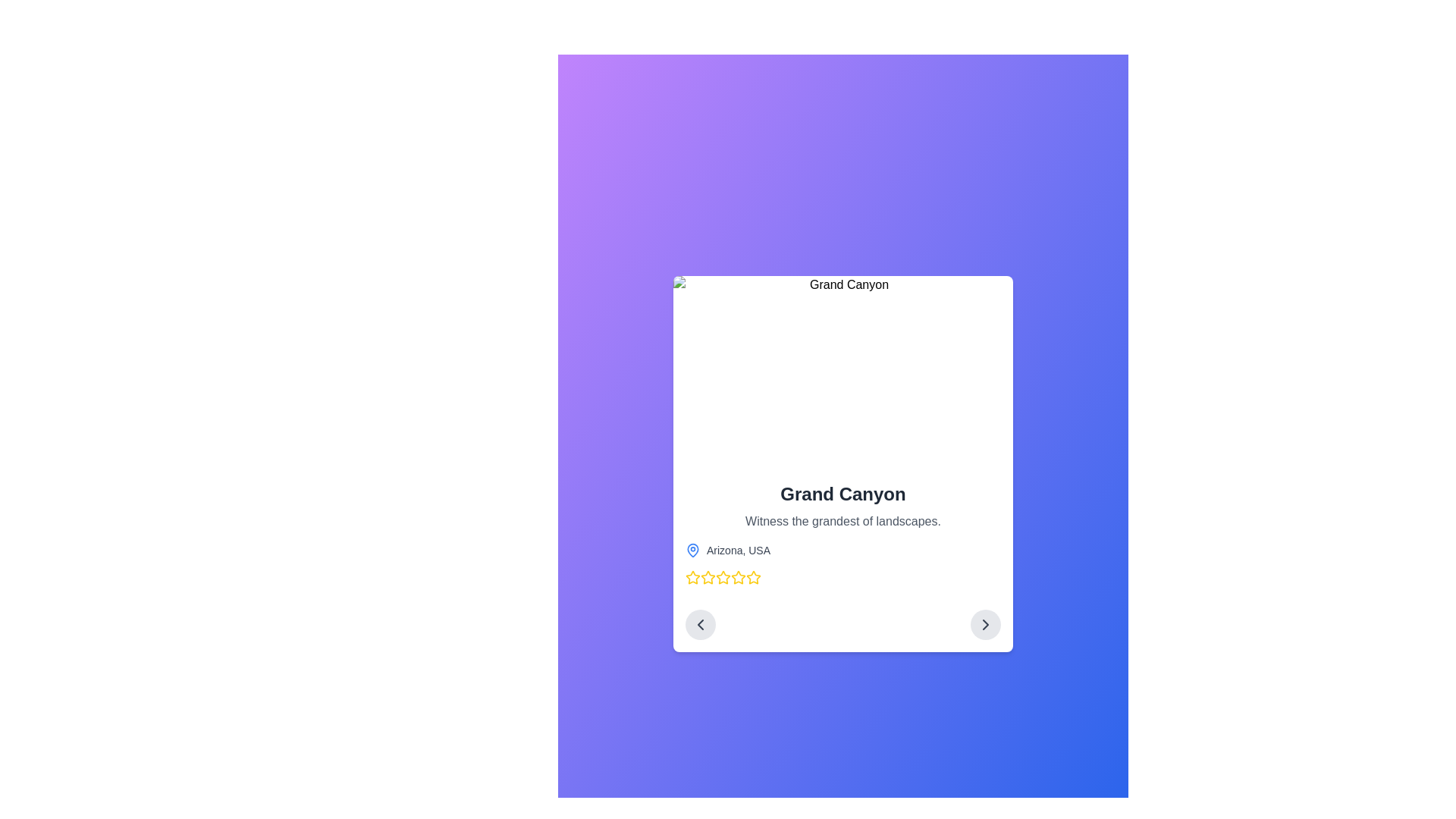  What do you see at coordinates (843, 373) in the screenshot?
I see `the static image located at the top portion of the card layout, which enhances user engagement and provides context for accompanying textual details` at bounding box center [843, 373].